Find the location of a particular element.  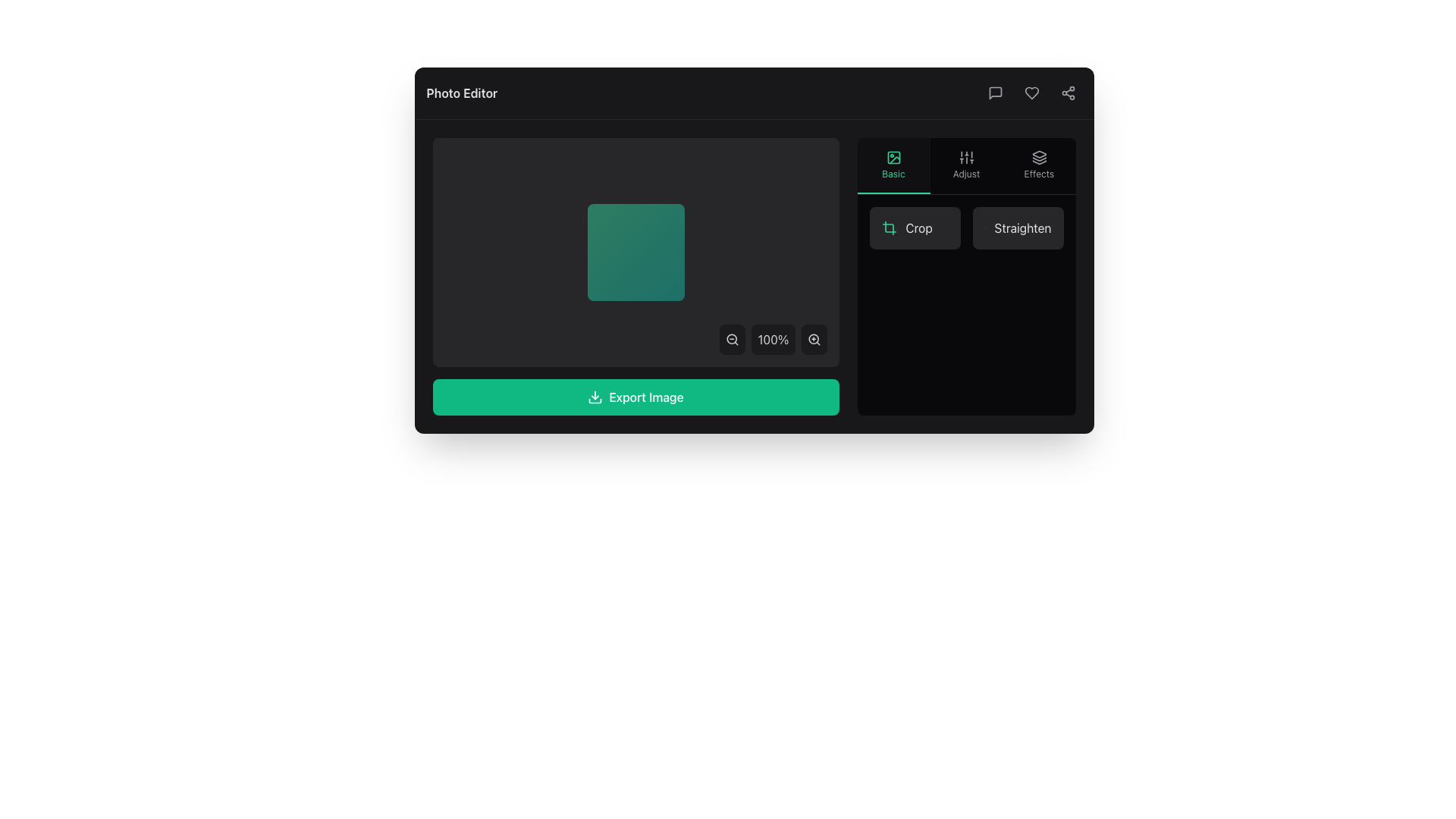

the share icon located in the top-right corner of the application interface is located at coordinates (1067, 93).